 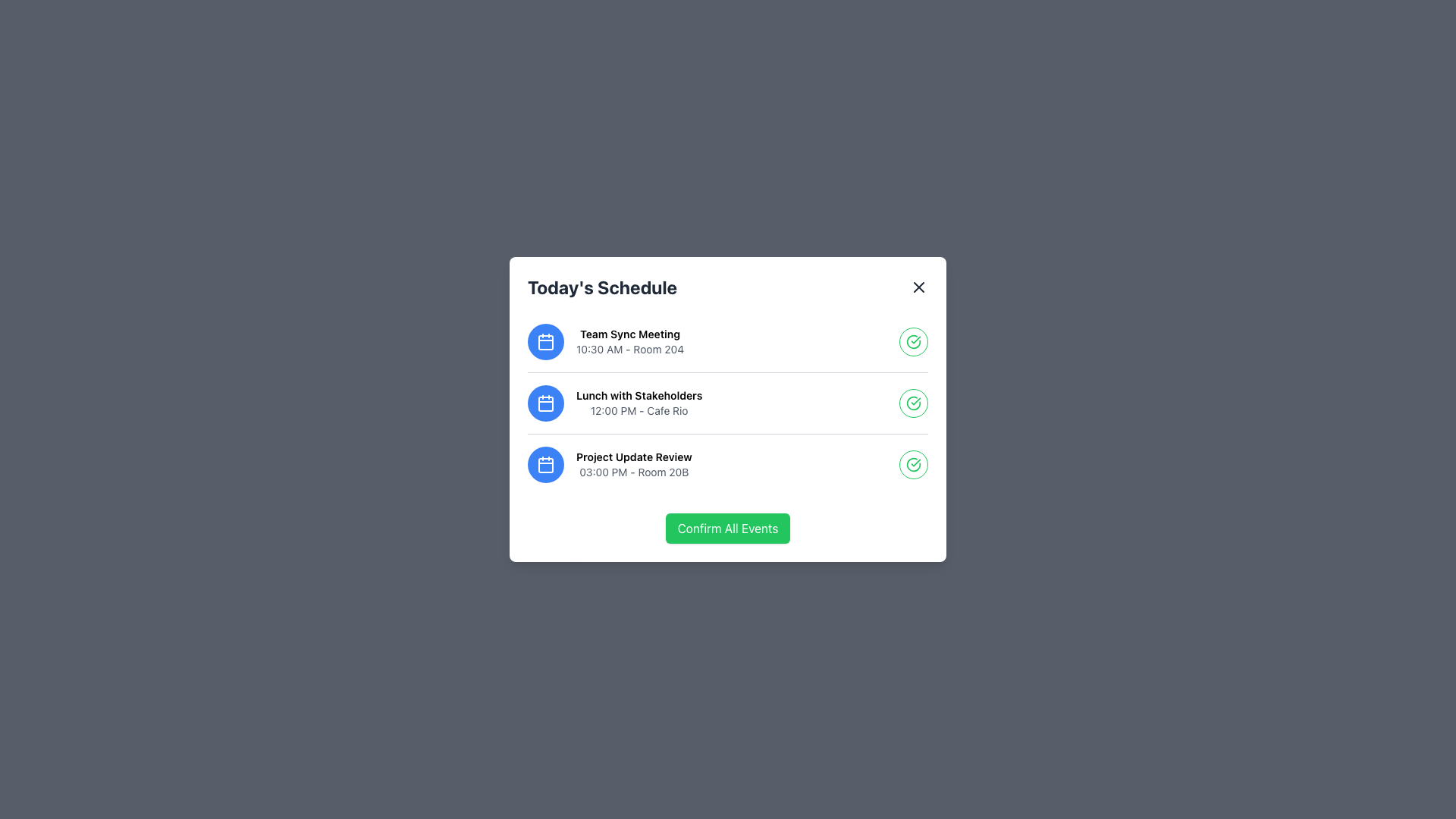 What do you see at coordinates (546, 464) in the screenshot?
I see `the blue circular icon representing a scheduled calendar event in the third row of the event list` at bounding box center [546, 464].